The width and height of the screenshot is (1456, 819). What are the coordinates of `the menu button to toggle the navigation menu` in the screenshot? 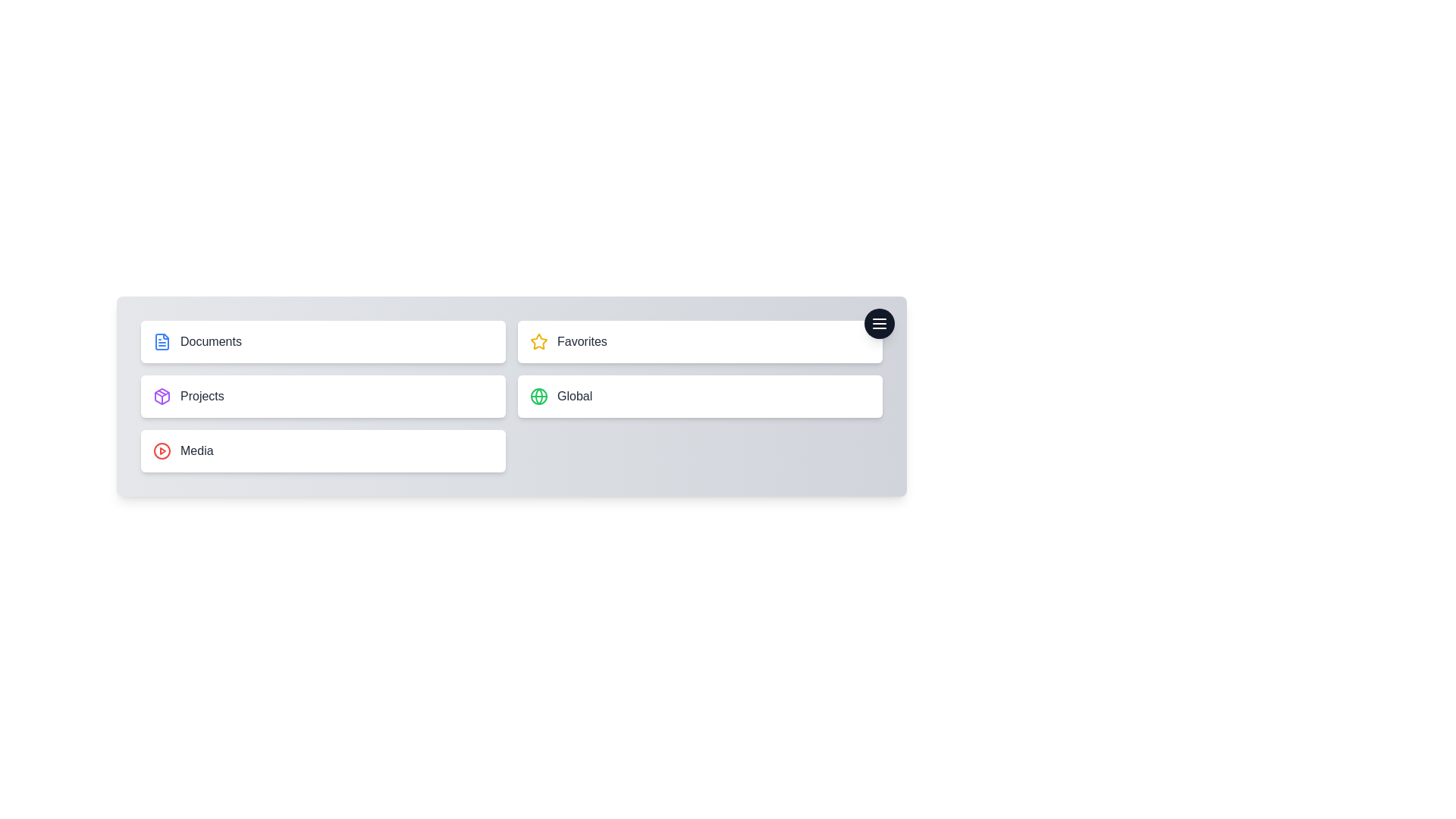 It's located at (880, 323).